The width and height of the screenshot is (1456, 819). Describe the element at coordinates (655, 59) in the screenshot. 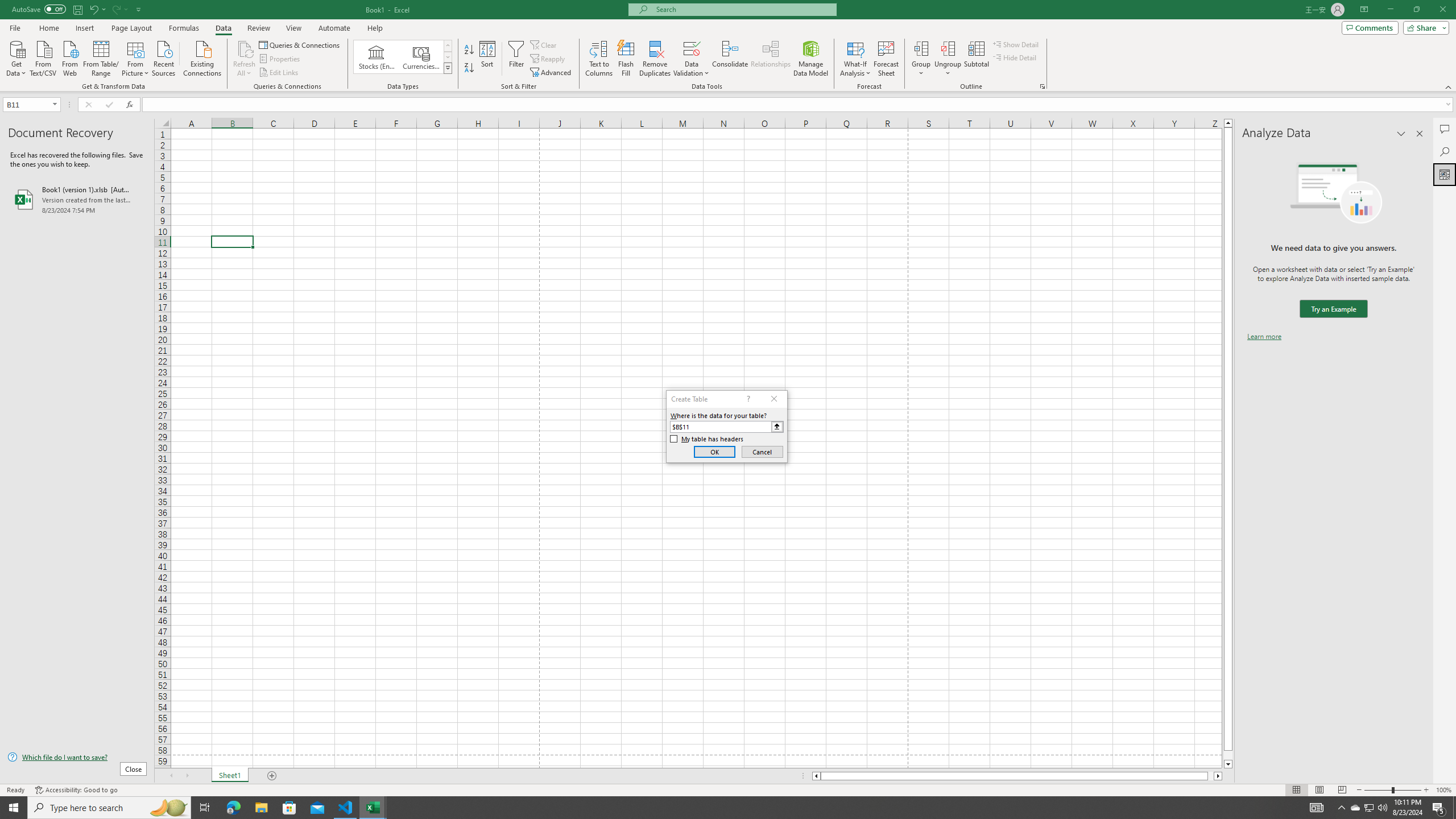

I see `'Remove Duplicates'` at that location.